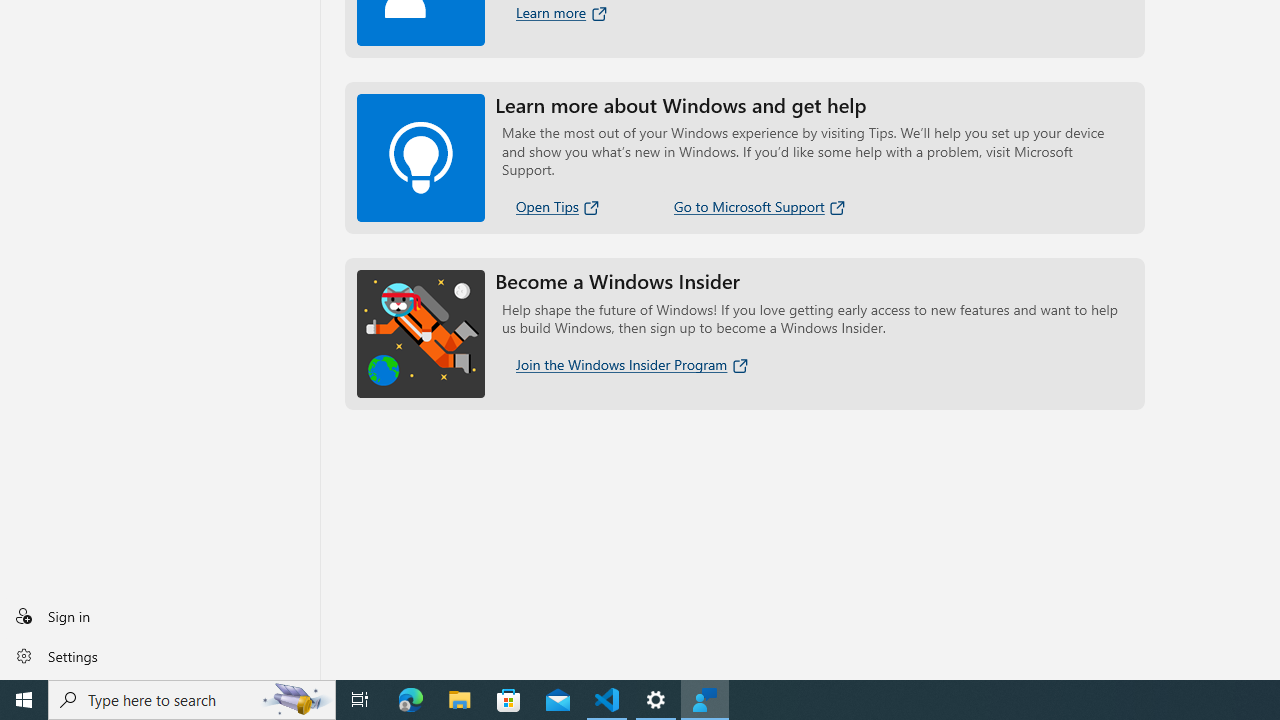 Image resolution: width=1280 pixels, height=720 pixels. I want to click on 'Go to Microsoft Support', so click(759, 206).